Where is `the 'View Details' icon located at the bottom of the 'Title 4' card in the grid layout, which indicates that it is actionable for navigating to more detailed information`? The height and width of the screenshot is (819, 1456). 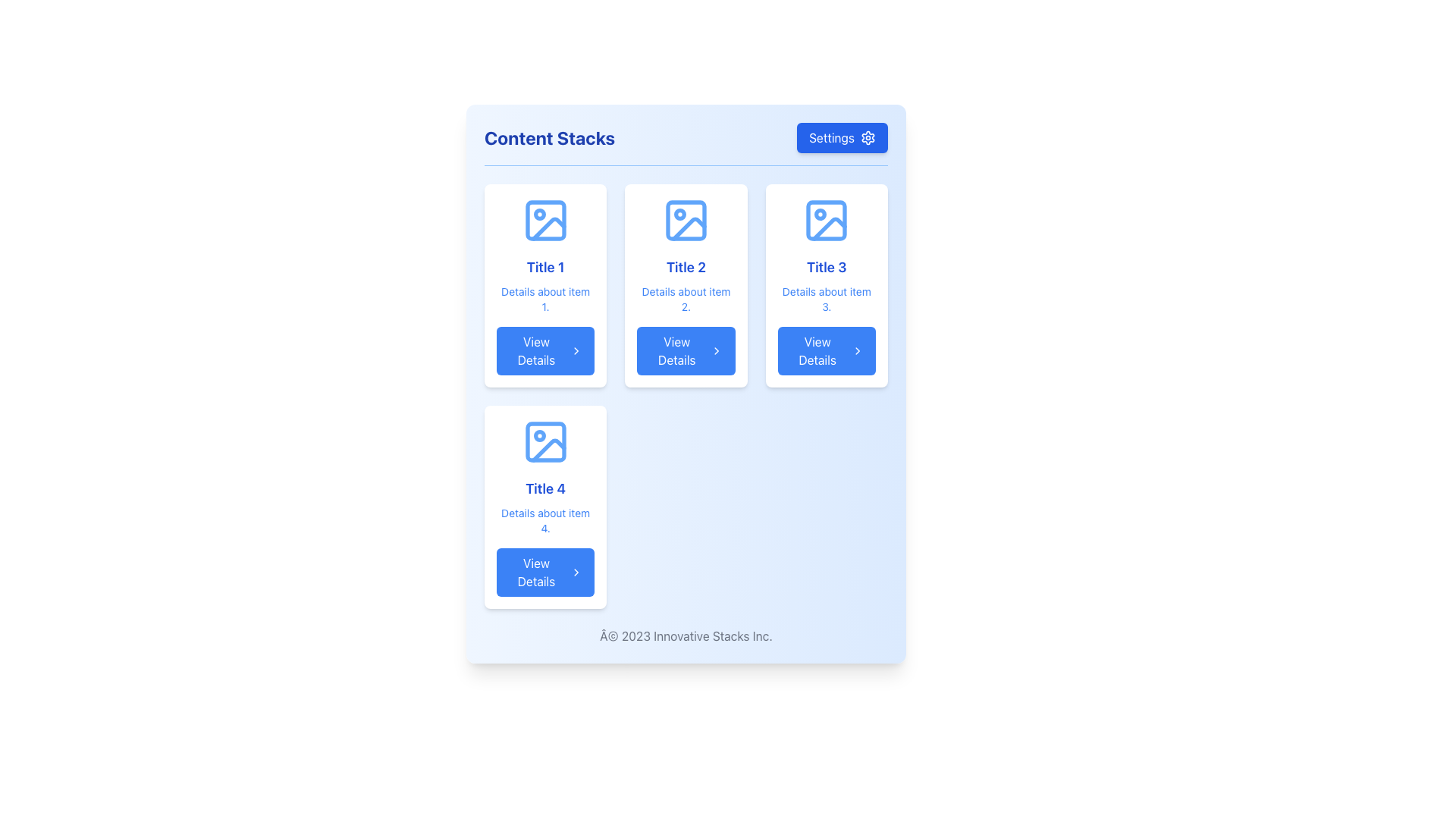
the 'View Details' icon located at the bottom of the 'Title 4' card in the grid layout, which indicates that it is actionable for navigating to more detailed information is located at coordinates (576, 573).